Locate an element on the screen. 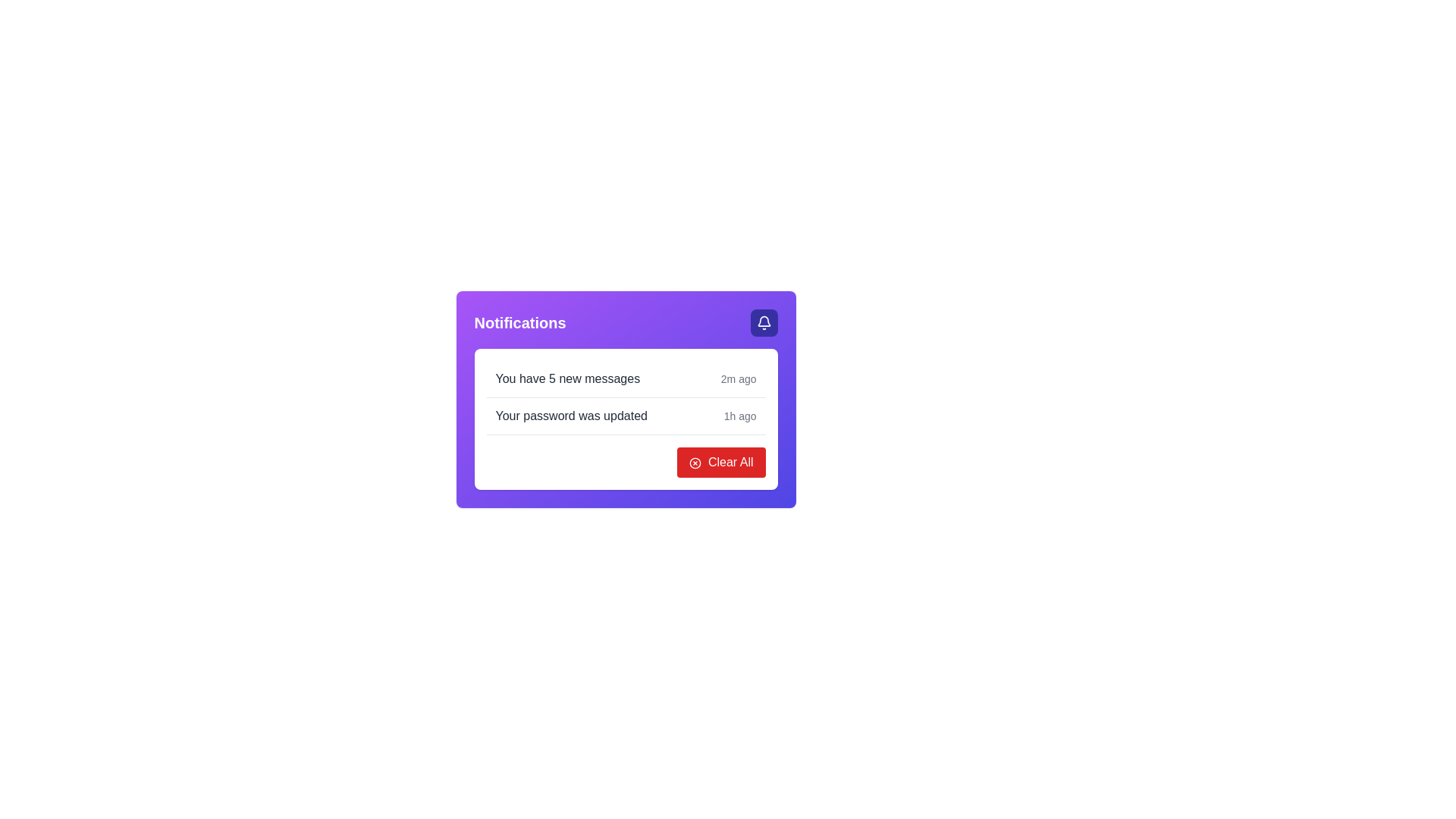 This screenshot has width=1456, height=819. notification details from the second notification item about the password update, located directly below the 'You have 5 new messages' notification is located at coordinates (626, 416).